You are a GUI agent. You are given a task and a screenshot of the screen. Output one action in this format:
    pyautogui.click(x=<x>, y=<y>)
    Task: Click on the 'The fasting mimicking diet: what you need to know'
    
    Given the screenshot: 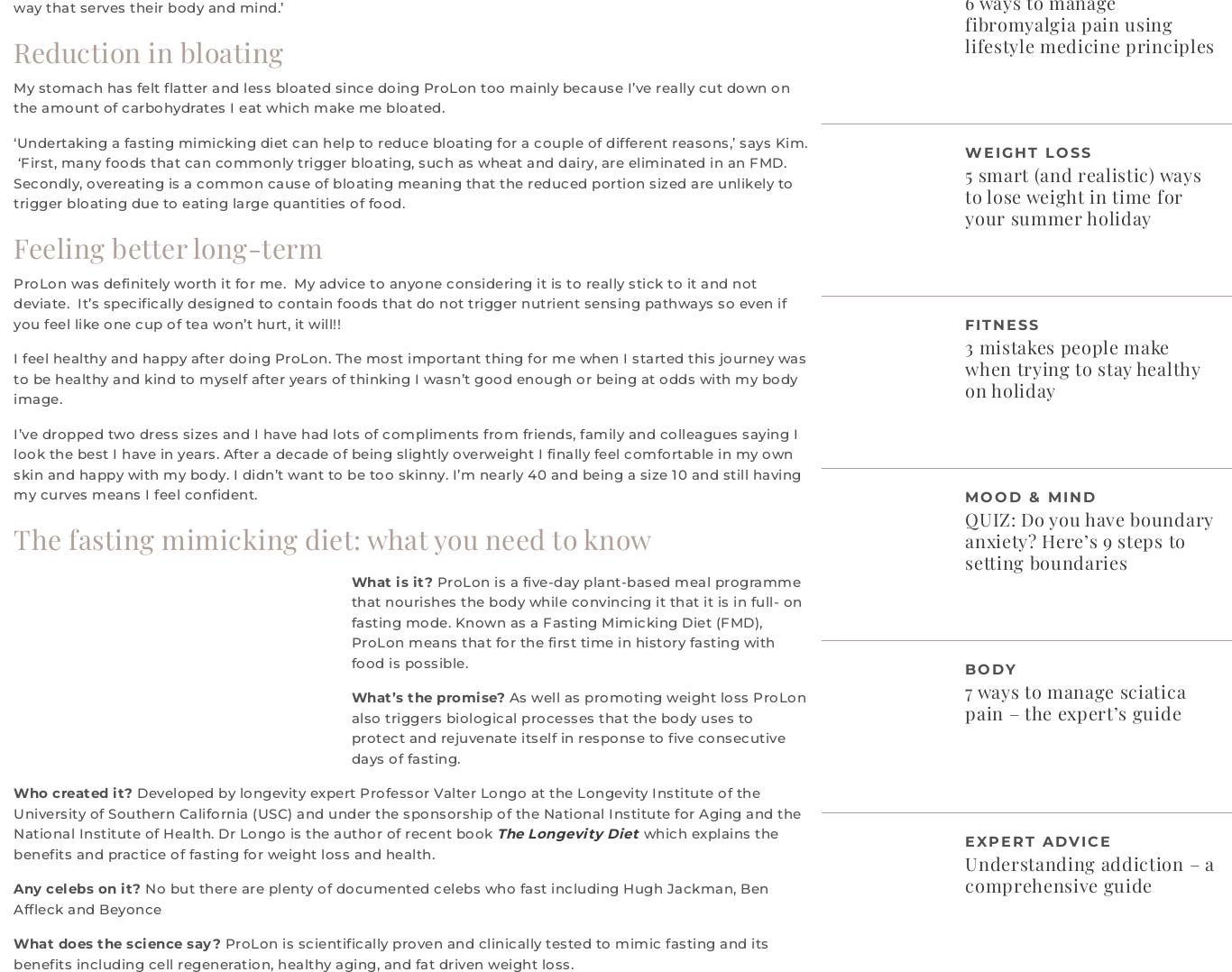 What is the action you would take?
    pyautogui.click(x=14, y=537)
    